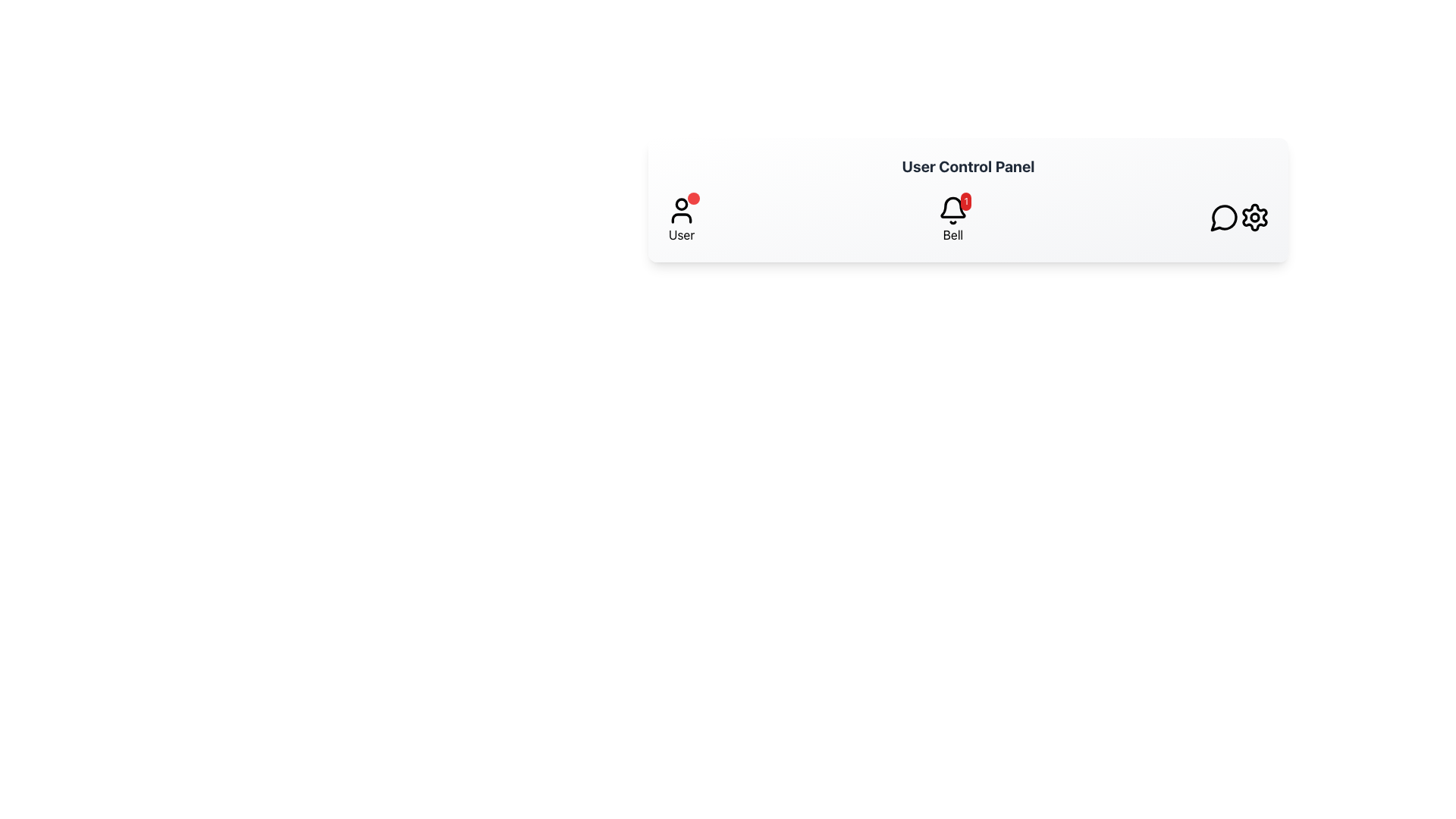  I want to click on the messaging icon located in the navigation bar towards the far right side, adjacent, so click(1224, 218).